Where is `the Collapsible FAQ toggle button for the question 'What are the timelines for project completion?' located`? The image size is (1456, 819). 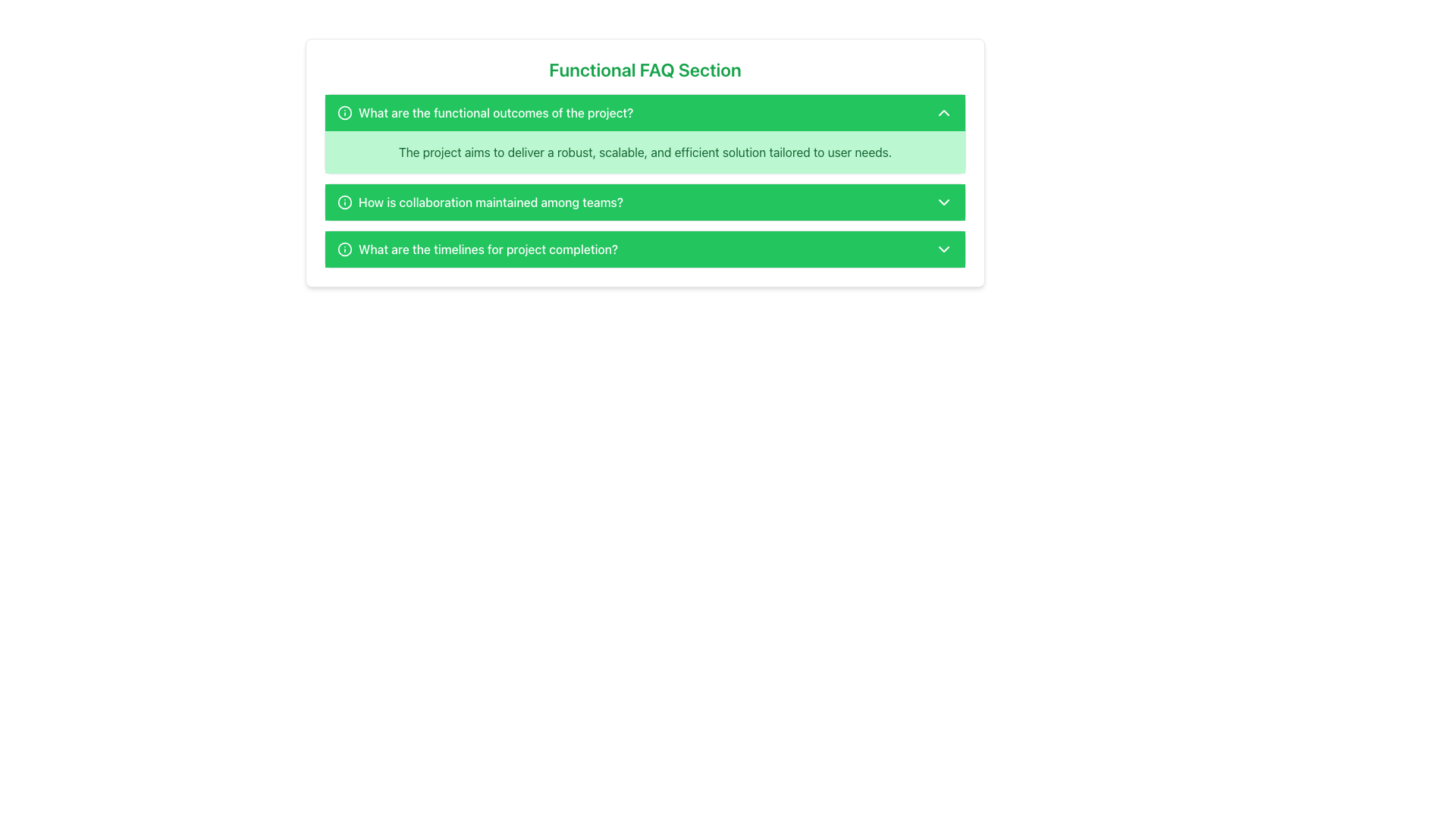
the Collapsible FAQ toggle button for the question 'What are the timelines for project completion?' located is located at coordinates (645, 248).